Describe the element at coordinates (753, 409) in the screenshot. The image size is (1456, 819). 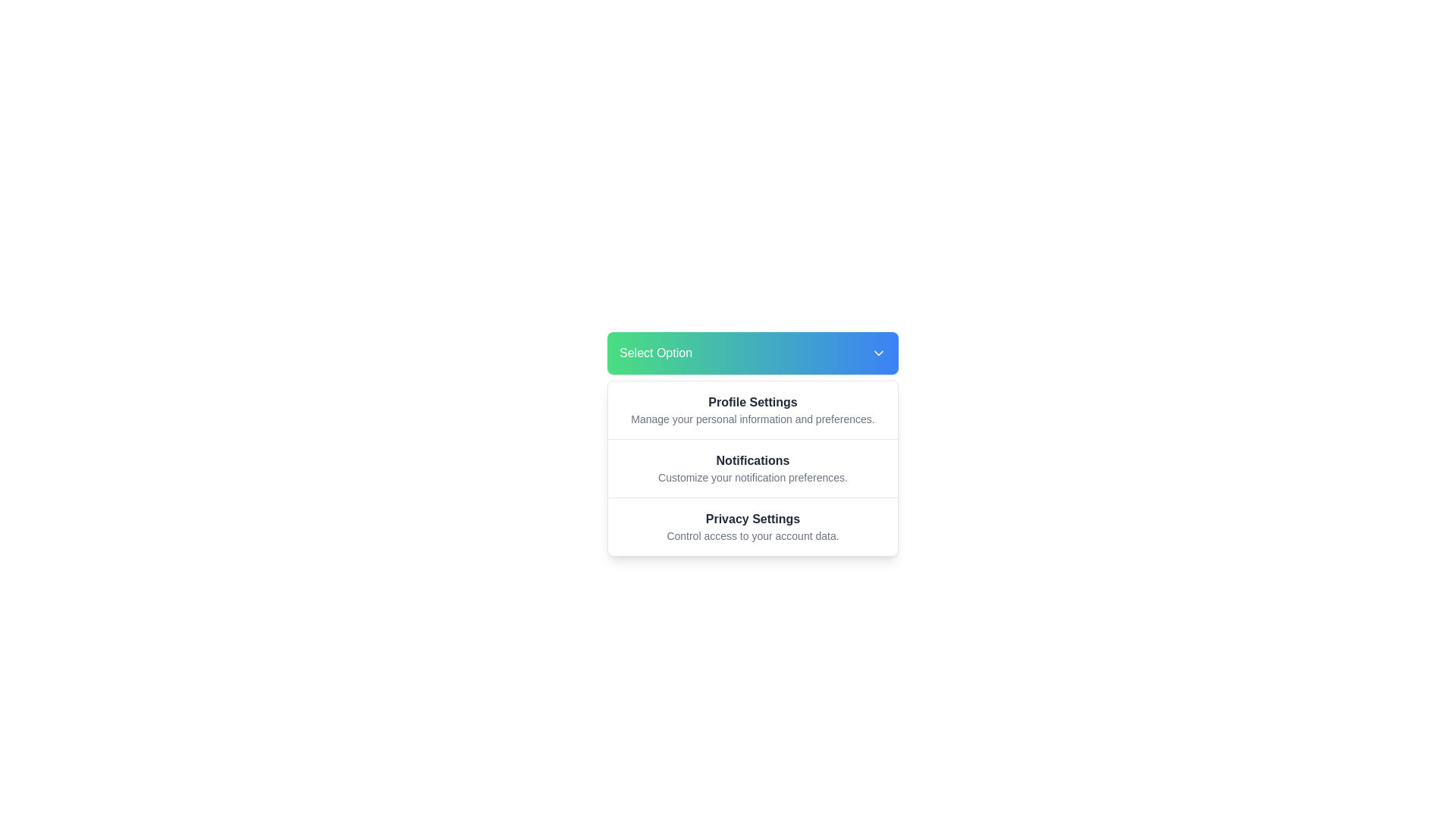
I see `the 'Profile Settings' option, which is the first item in the list under 'Select Option', featuring a bold header and a description text` at that location.